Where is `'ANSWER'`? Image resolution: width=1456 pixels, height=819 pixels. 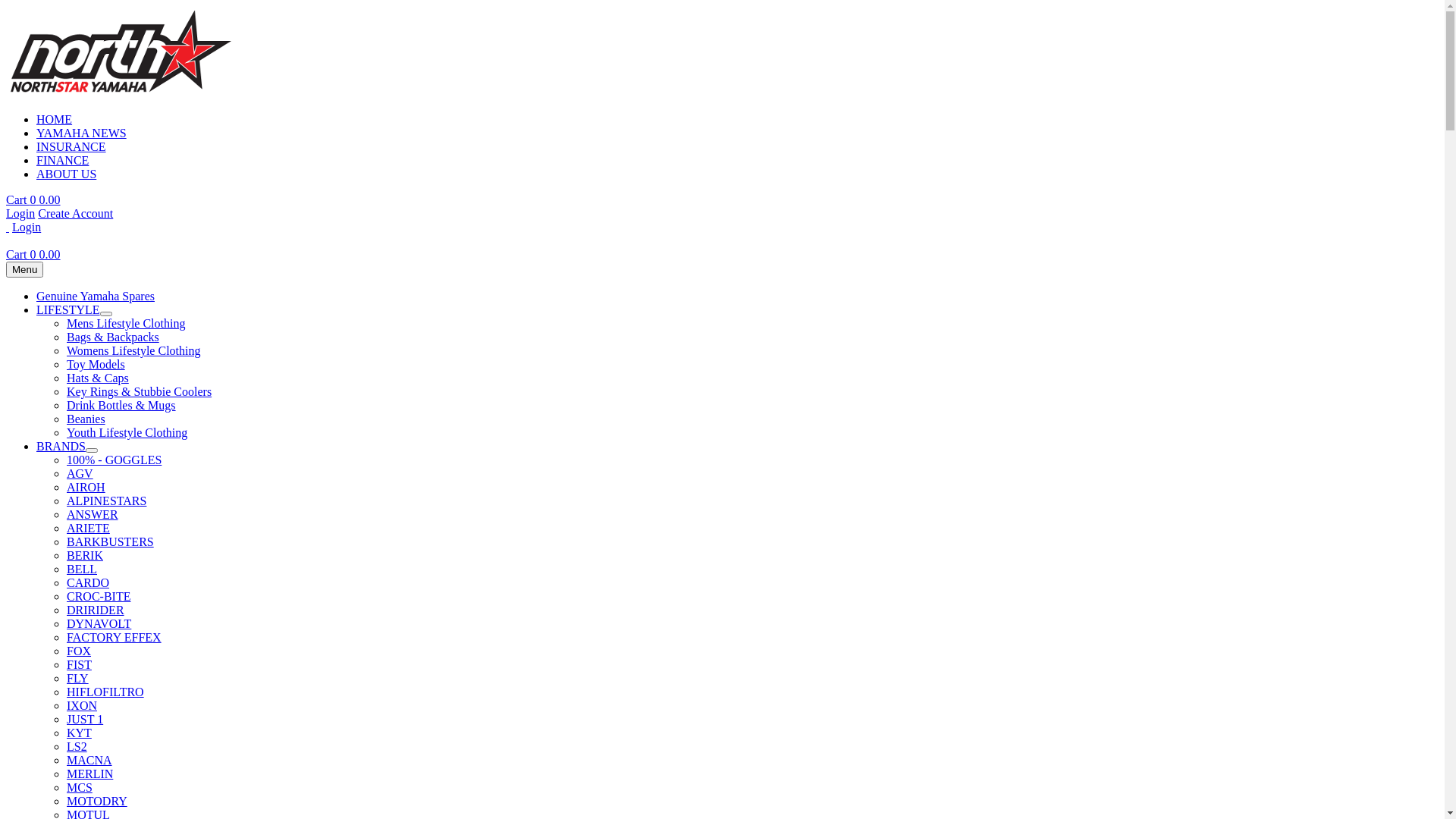 'ANSWER' is located at coordinates (91, 513).